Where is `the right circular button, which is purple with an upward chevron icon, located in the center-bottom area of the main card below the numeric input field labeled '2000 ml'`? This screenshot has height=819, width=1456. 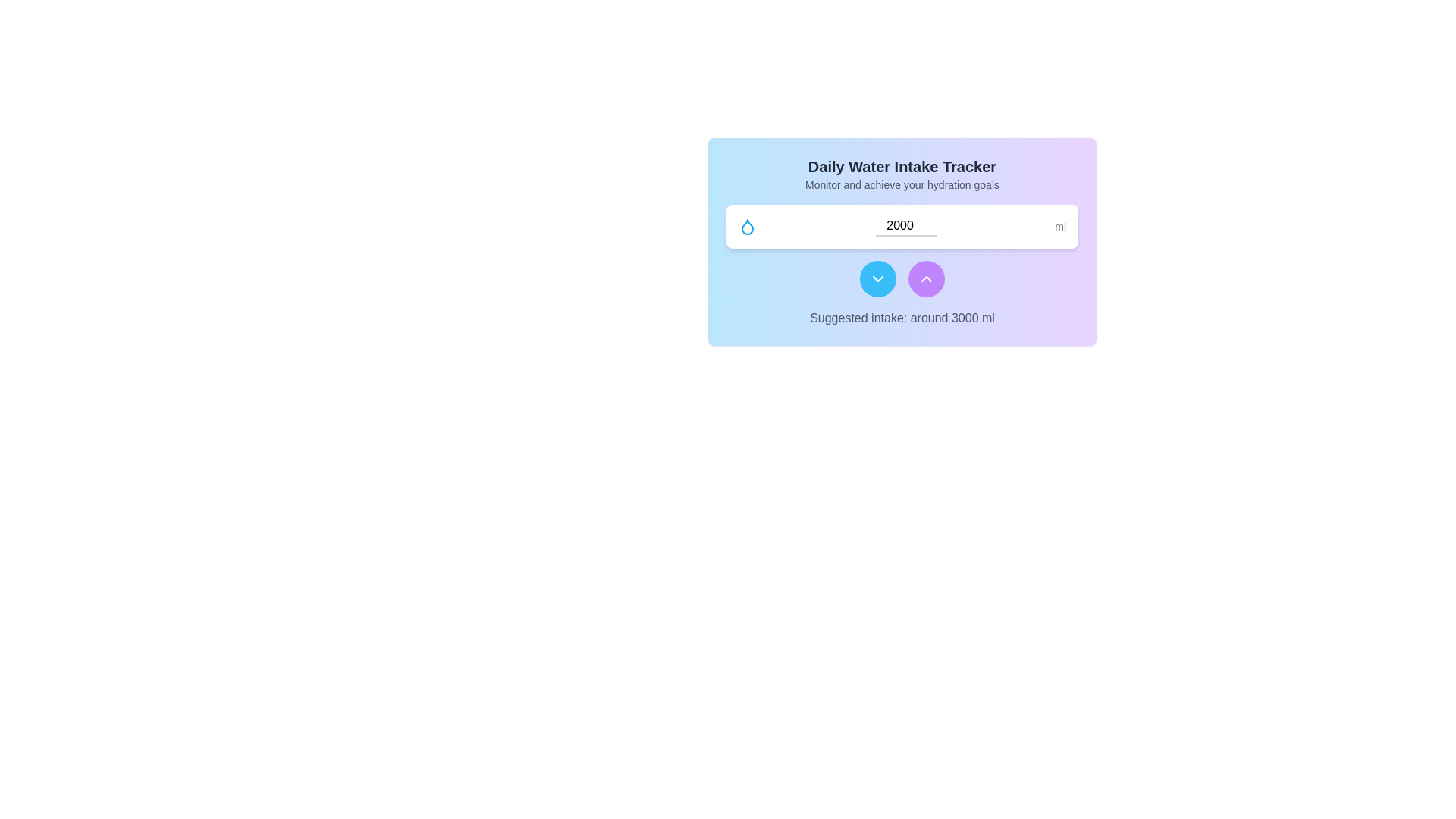
the right circular button, which is purple with an upward chevron icon, located in the center-bottom area of the main card below the numeric input field labeled '2000 ml' is located at coordinates (902, 278).